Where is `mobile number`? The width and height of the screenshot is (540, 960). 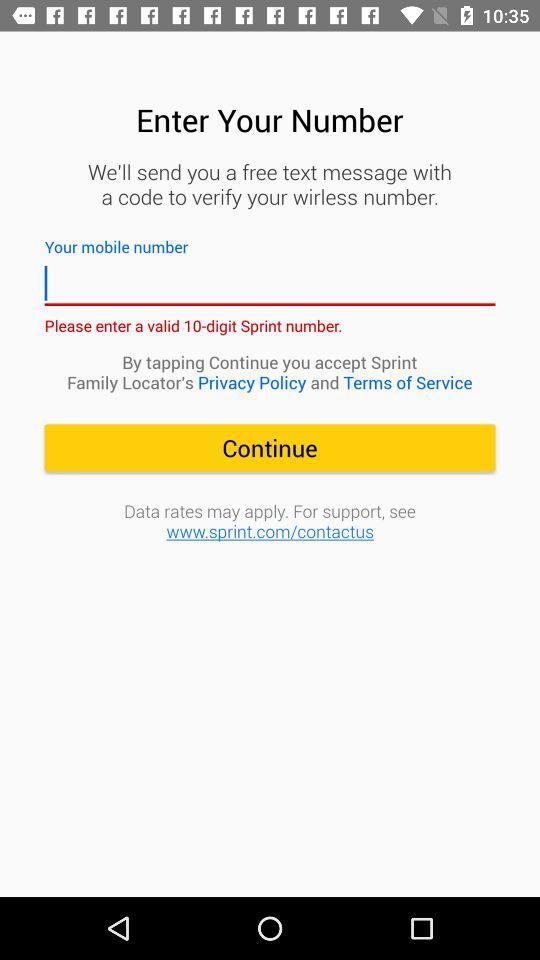 mobile number is located at coordinates (270, 282).